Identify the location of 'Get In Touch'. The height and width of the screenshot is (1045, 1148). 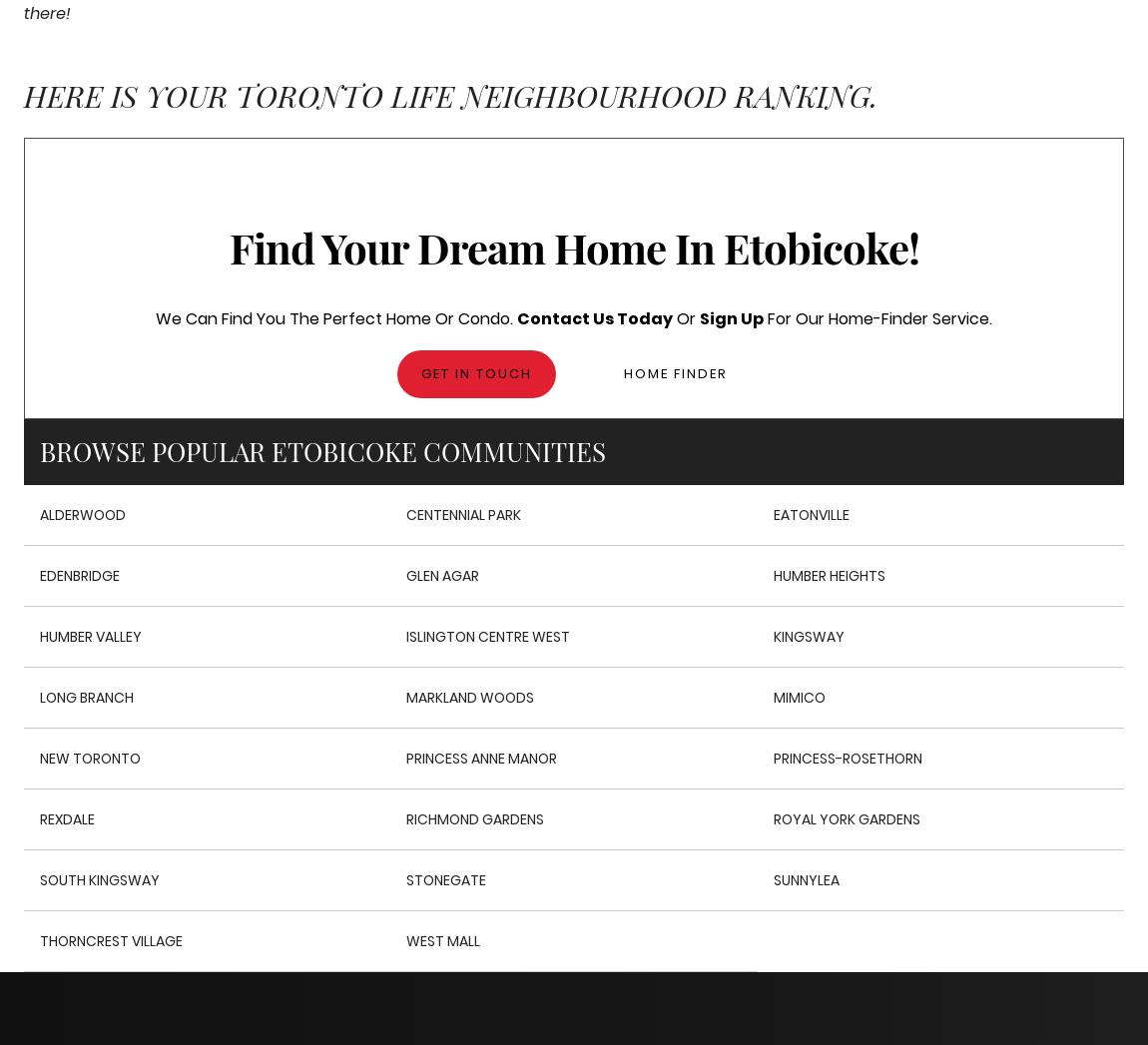
(475, 373).